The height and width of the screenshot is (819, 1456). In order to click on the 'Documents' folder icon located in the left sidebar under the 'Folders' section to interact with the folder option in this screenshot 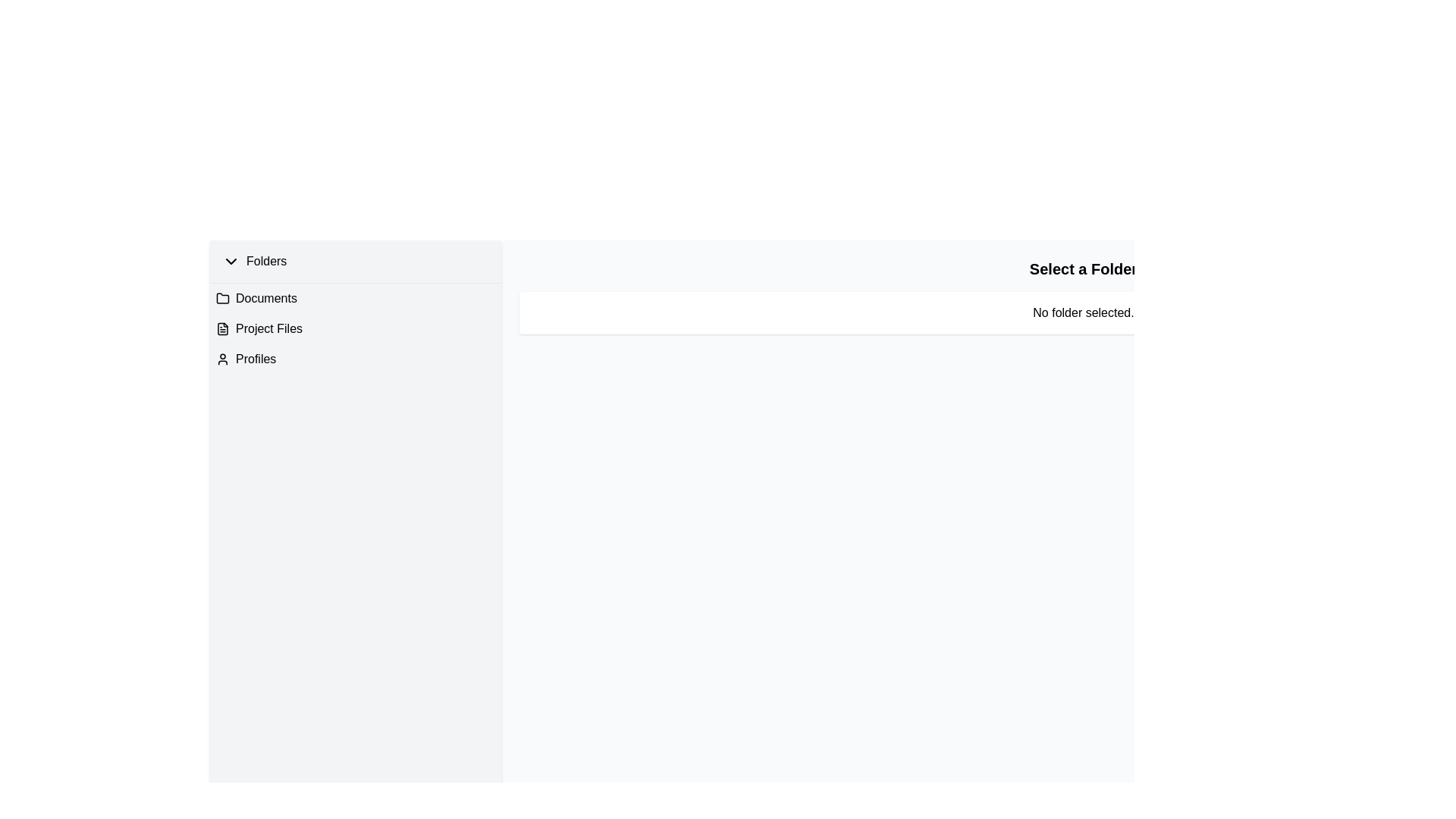, I will do `click(221, 298)`.